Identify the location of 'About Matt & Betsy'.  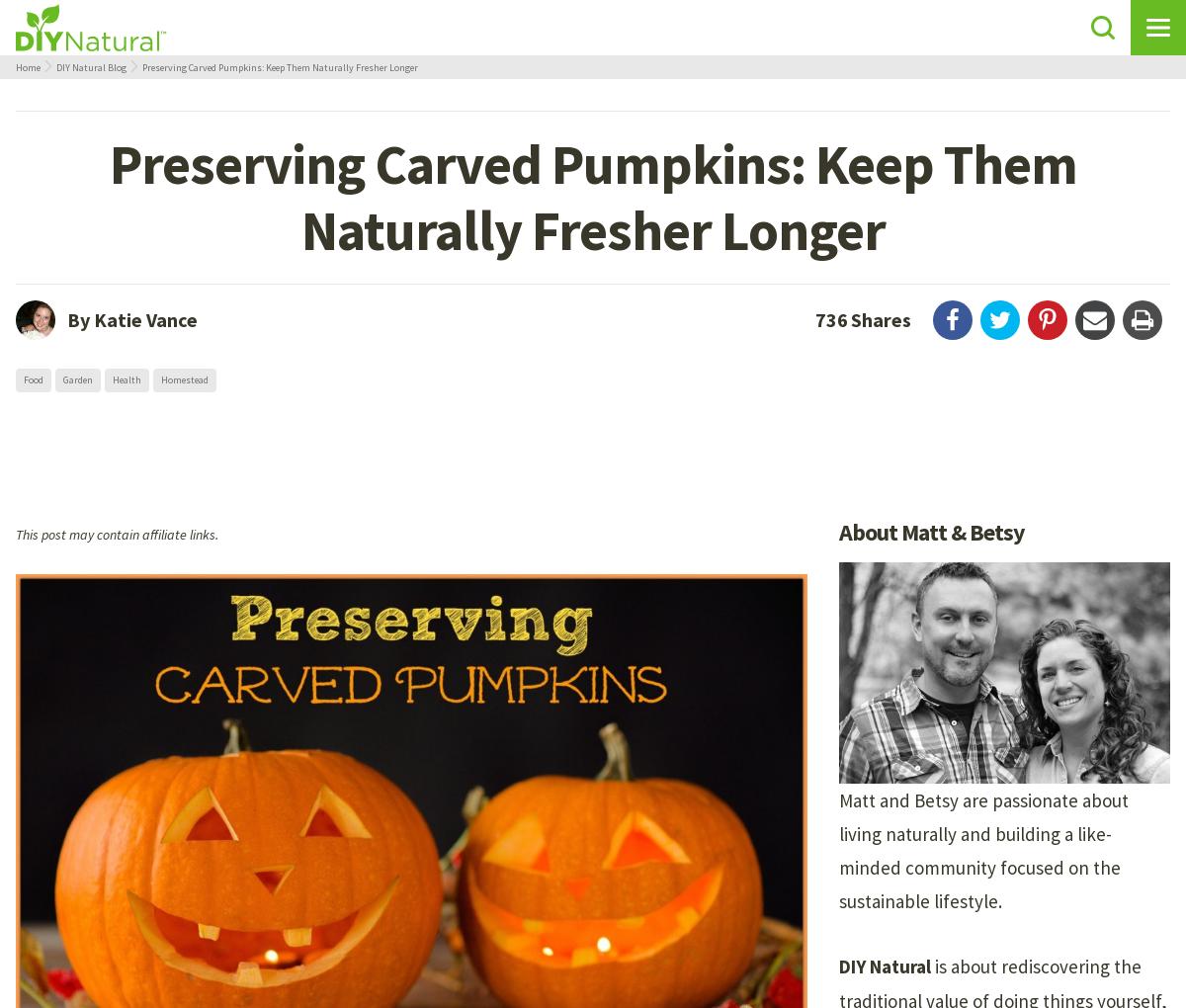
(931, 530).